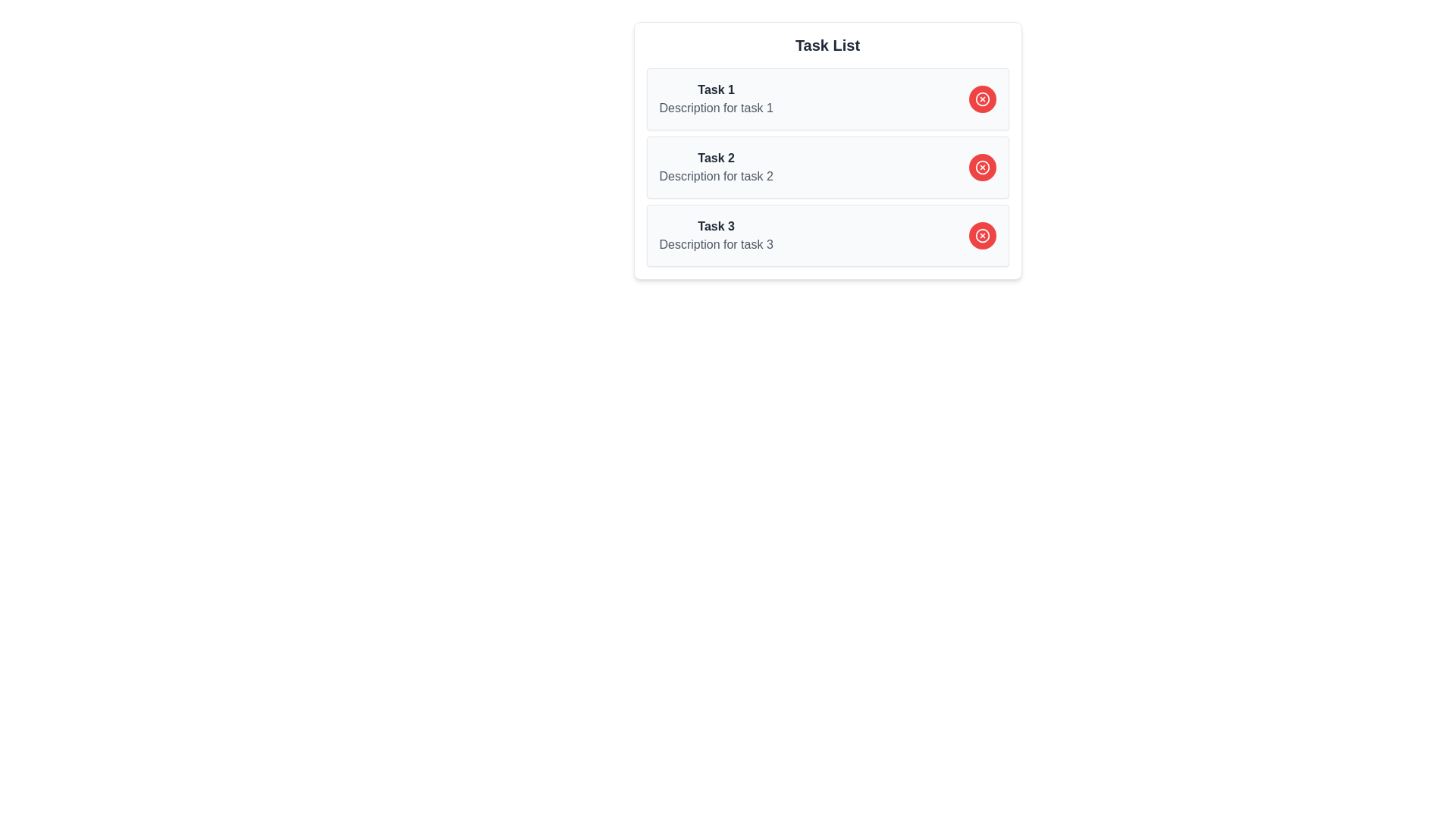  Describe the element at coordinates (827, 236) in the screenshot. I see `title and description of the 'Task 3' card, which is the last card in a vertical list of tasks` at that location.